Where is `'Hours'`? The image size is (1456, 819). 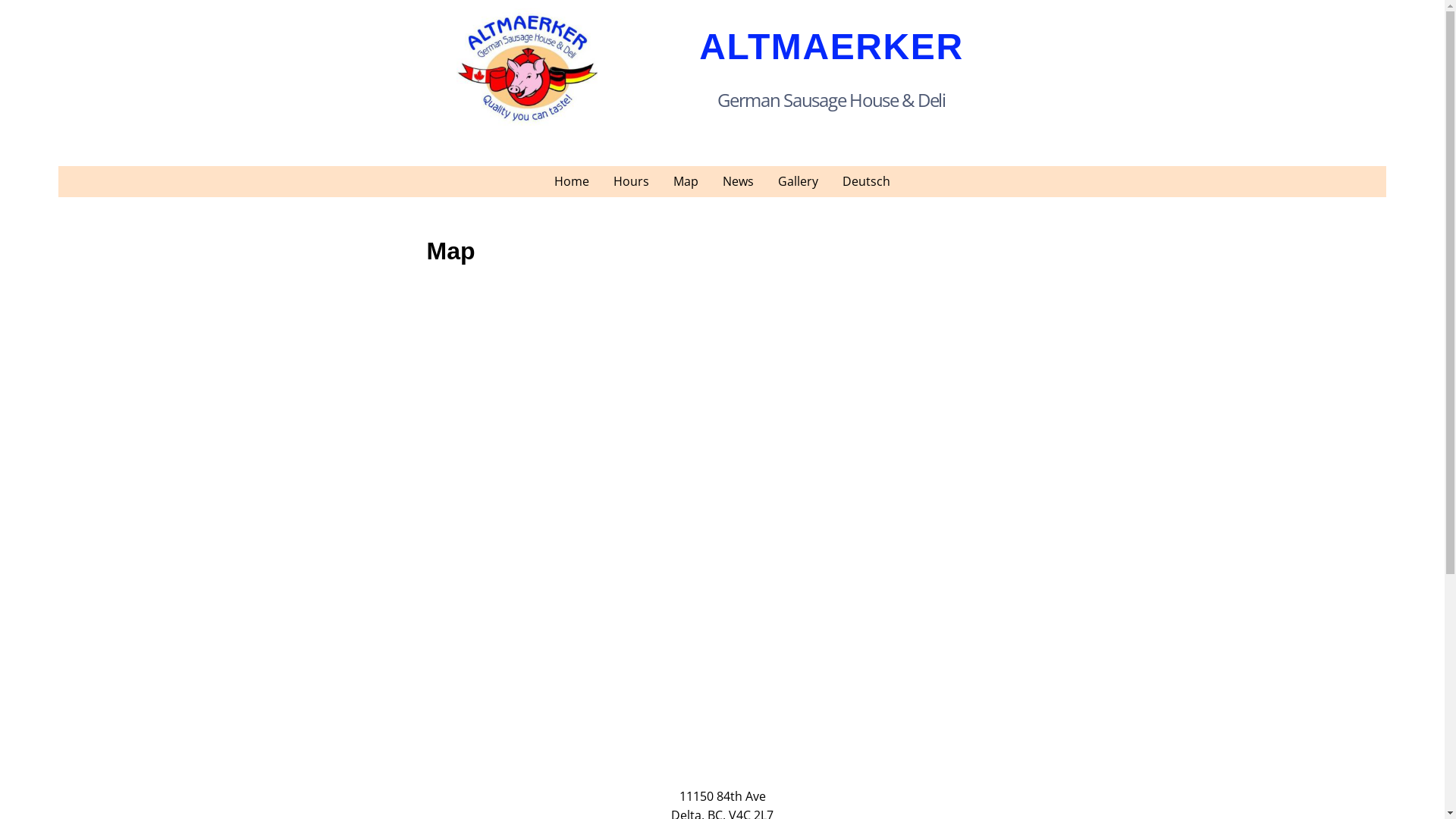 'Hours' is located at coordinates (631, 180).